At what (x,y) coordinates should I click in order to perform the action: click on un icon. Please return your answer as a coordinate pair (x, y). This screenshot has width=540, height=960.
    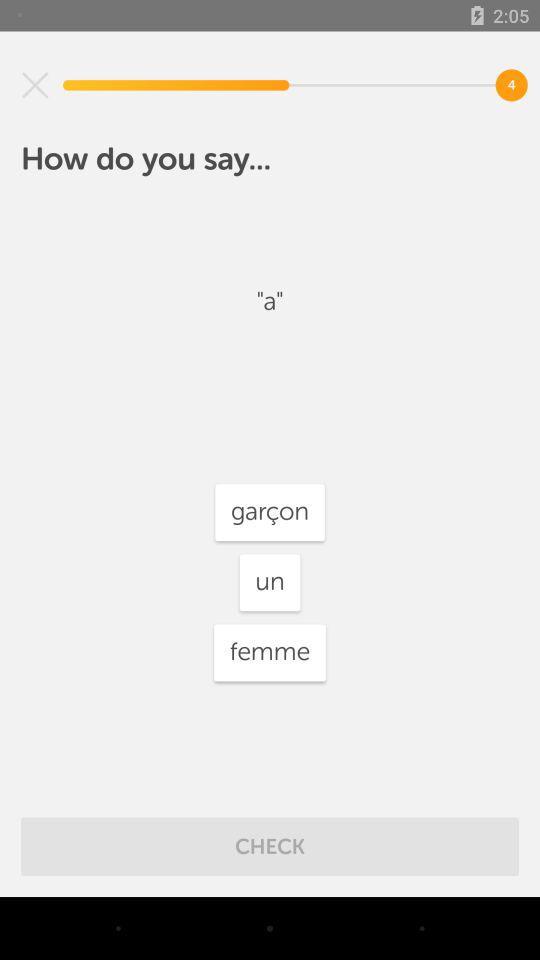
    Looking at the image, I should click on (270, 582).